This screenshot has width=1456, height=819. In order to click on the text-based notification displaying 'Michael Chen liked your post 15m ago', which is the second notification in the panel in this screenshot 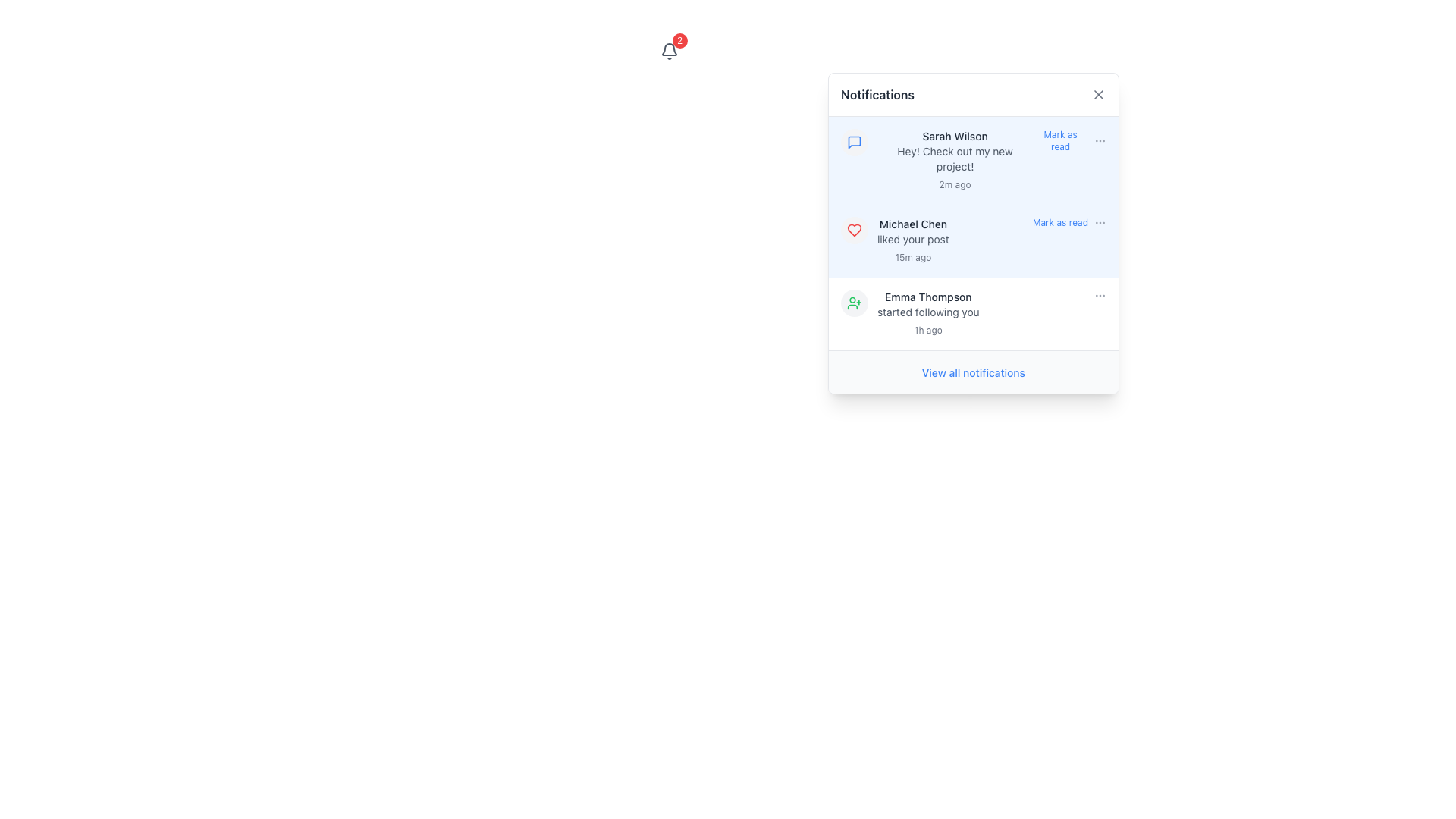, I will do `click(912, 240)`.